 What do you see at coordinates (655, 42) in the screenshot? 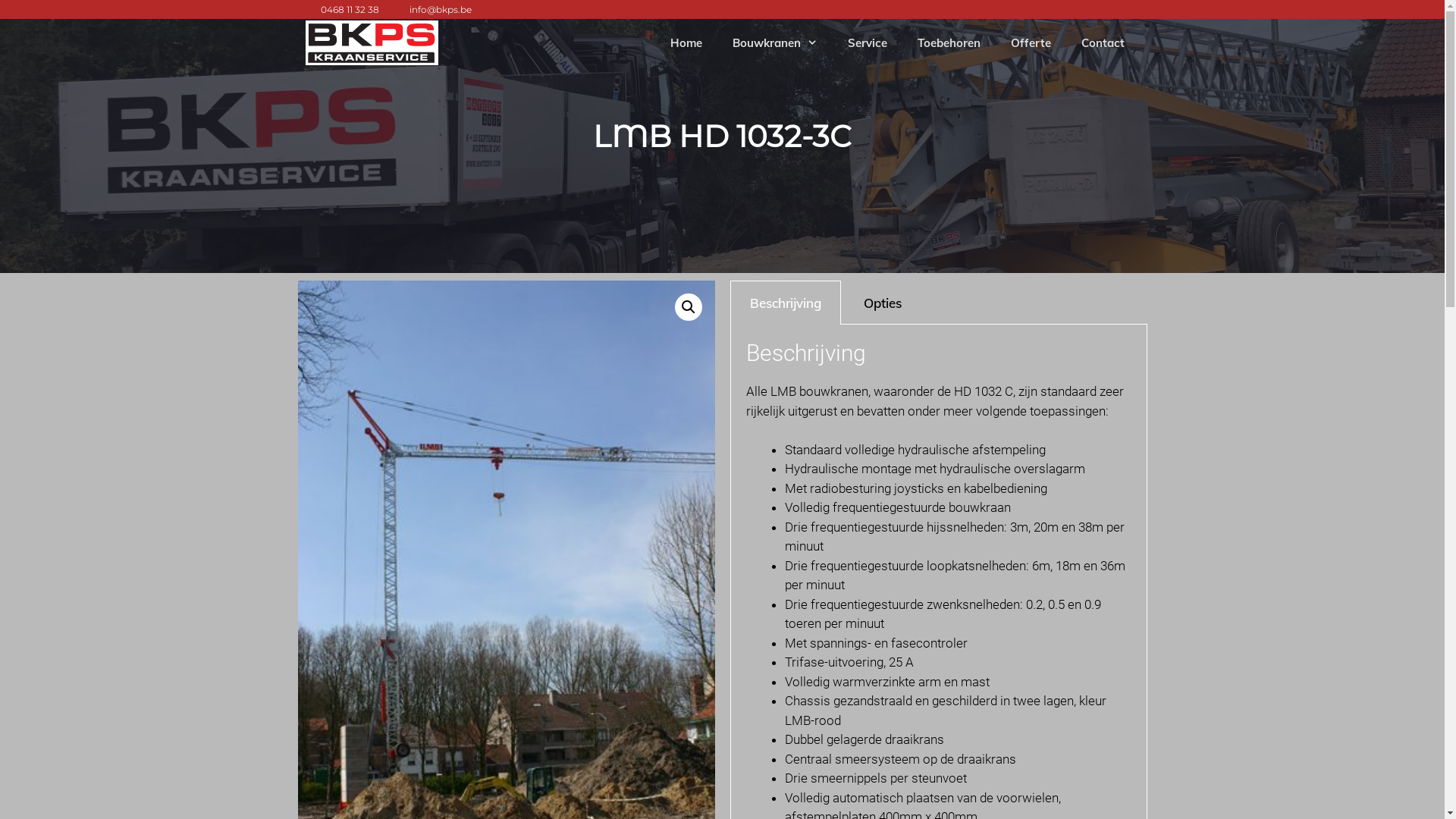
I see `'Home'` at bounding box center [655, 42].